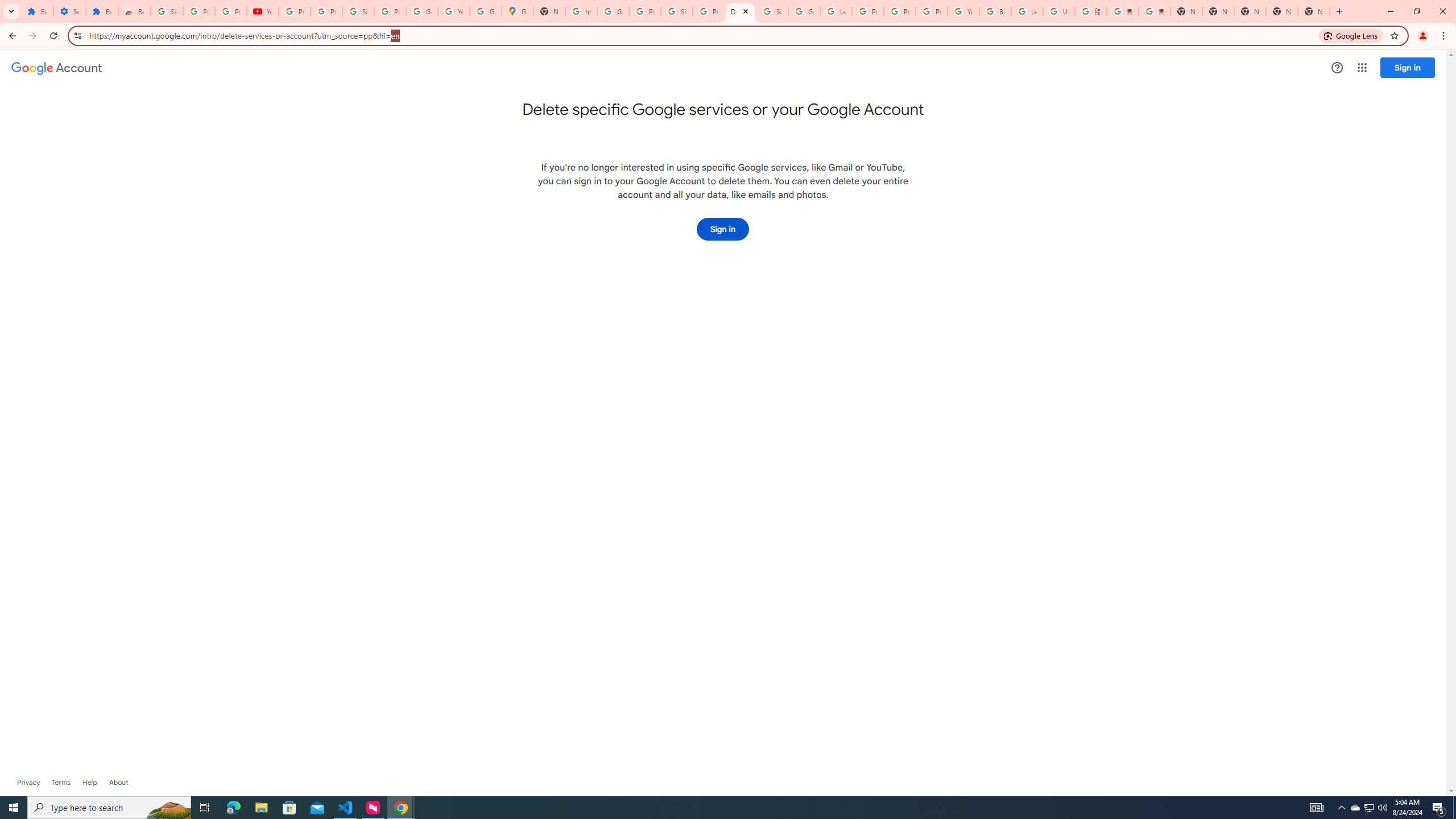 This screenshot has height=819, width=1456. What do you see at coordinates (517, 11) in the screenshot?
I see `'Google Maps'` at bounding box center [517, 11].